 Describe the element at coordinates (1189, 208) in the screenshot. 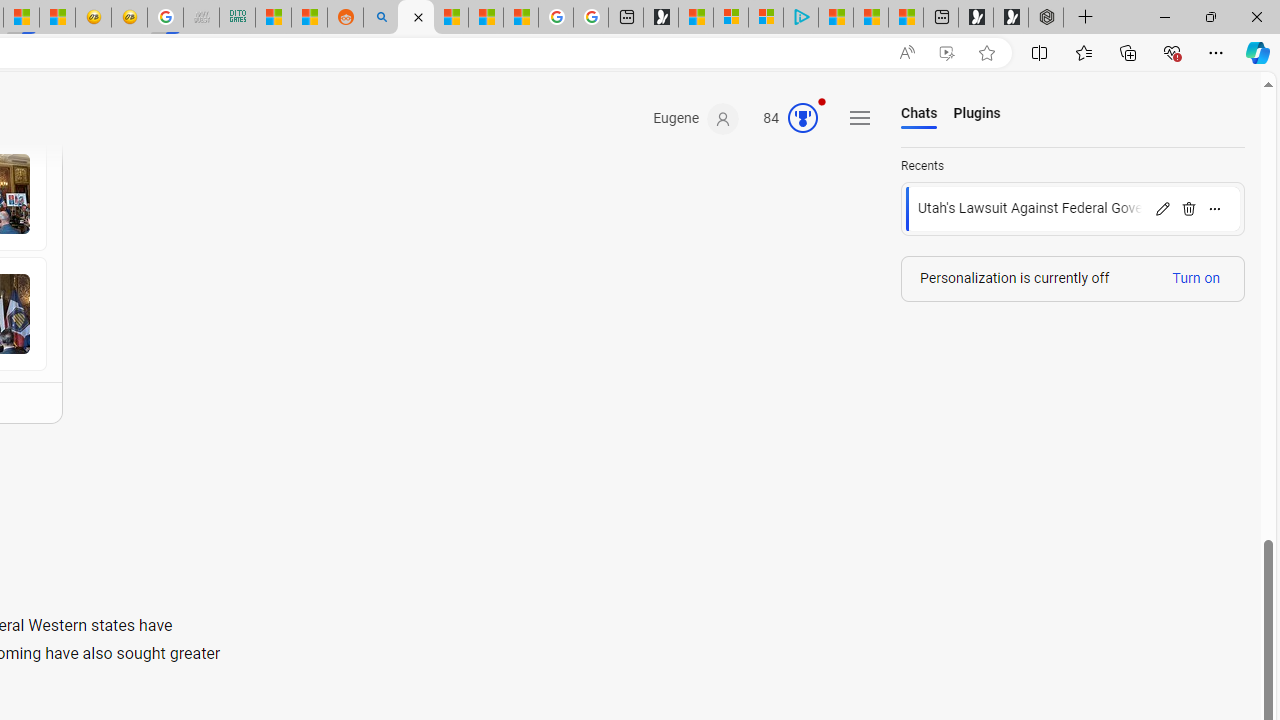

I see `'Delete'` at that location.